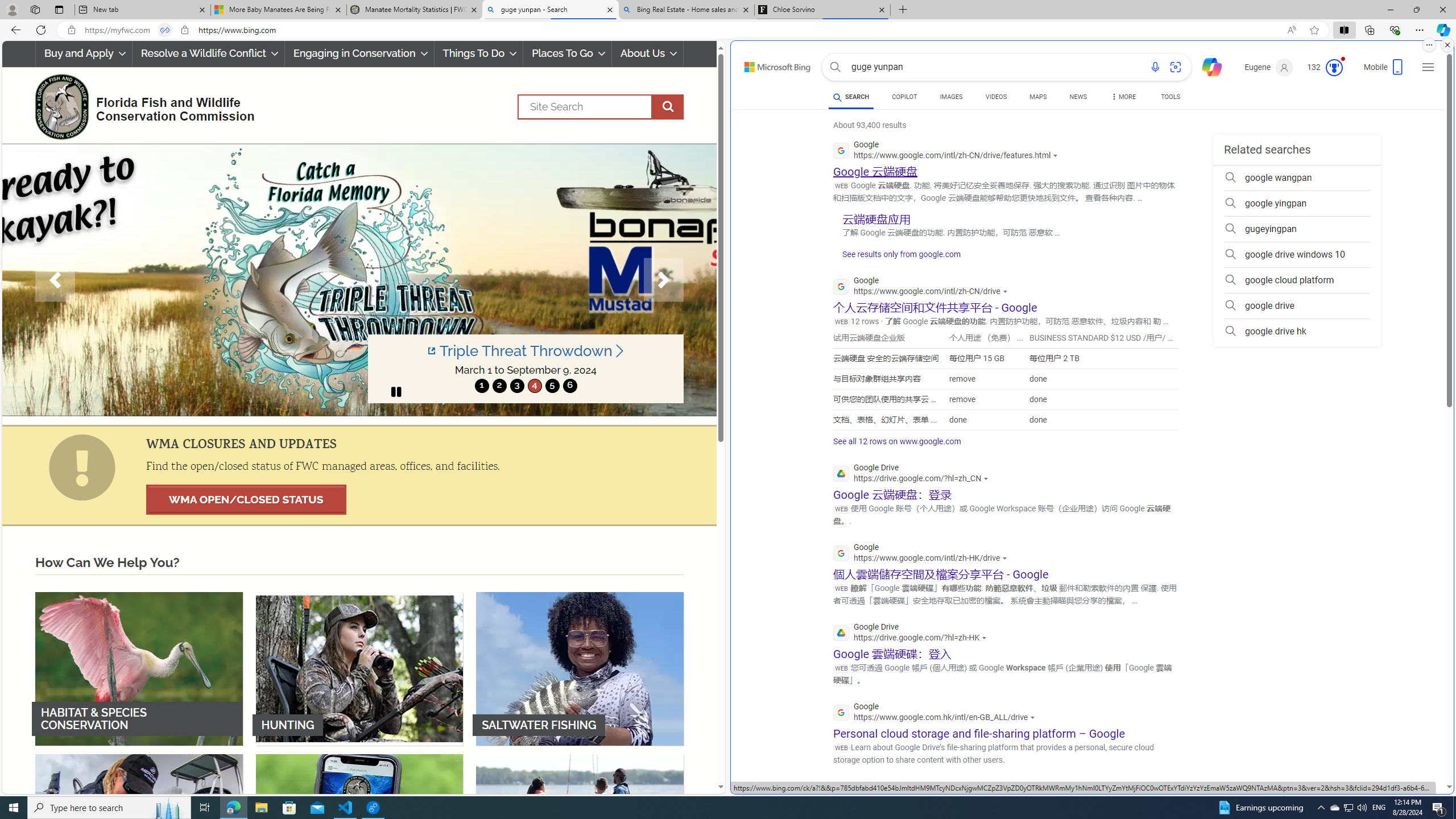 The height and width of the screenshot is (819, 1456). I want to click on 'Split screen', so click(1345, 29).